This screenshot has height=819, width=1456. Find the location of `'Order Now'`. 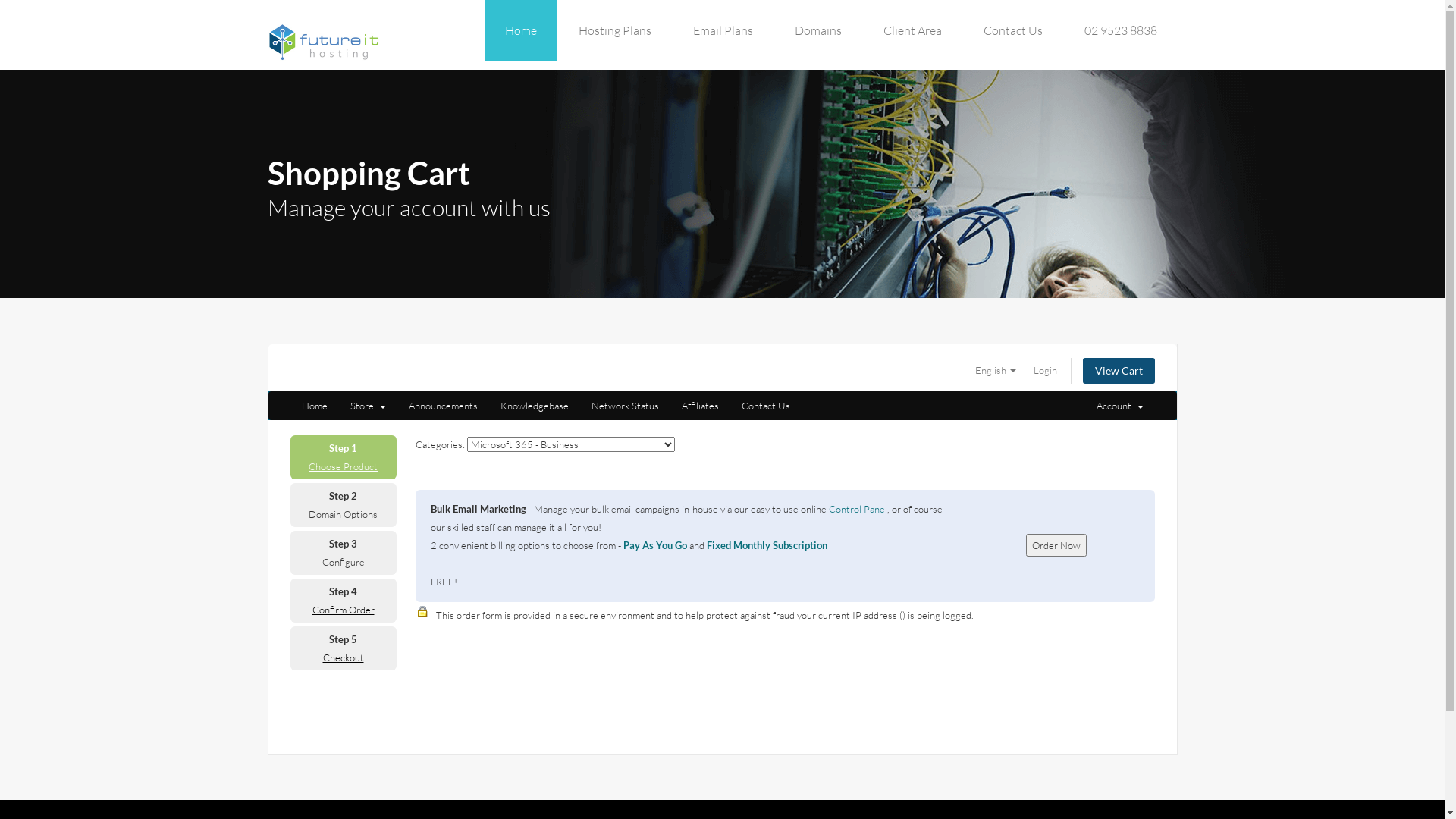

'Order Now' is located at coordinates (1055, 544).